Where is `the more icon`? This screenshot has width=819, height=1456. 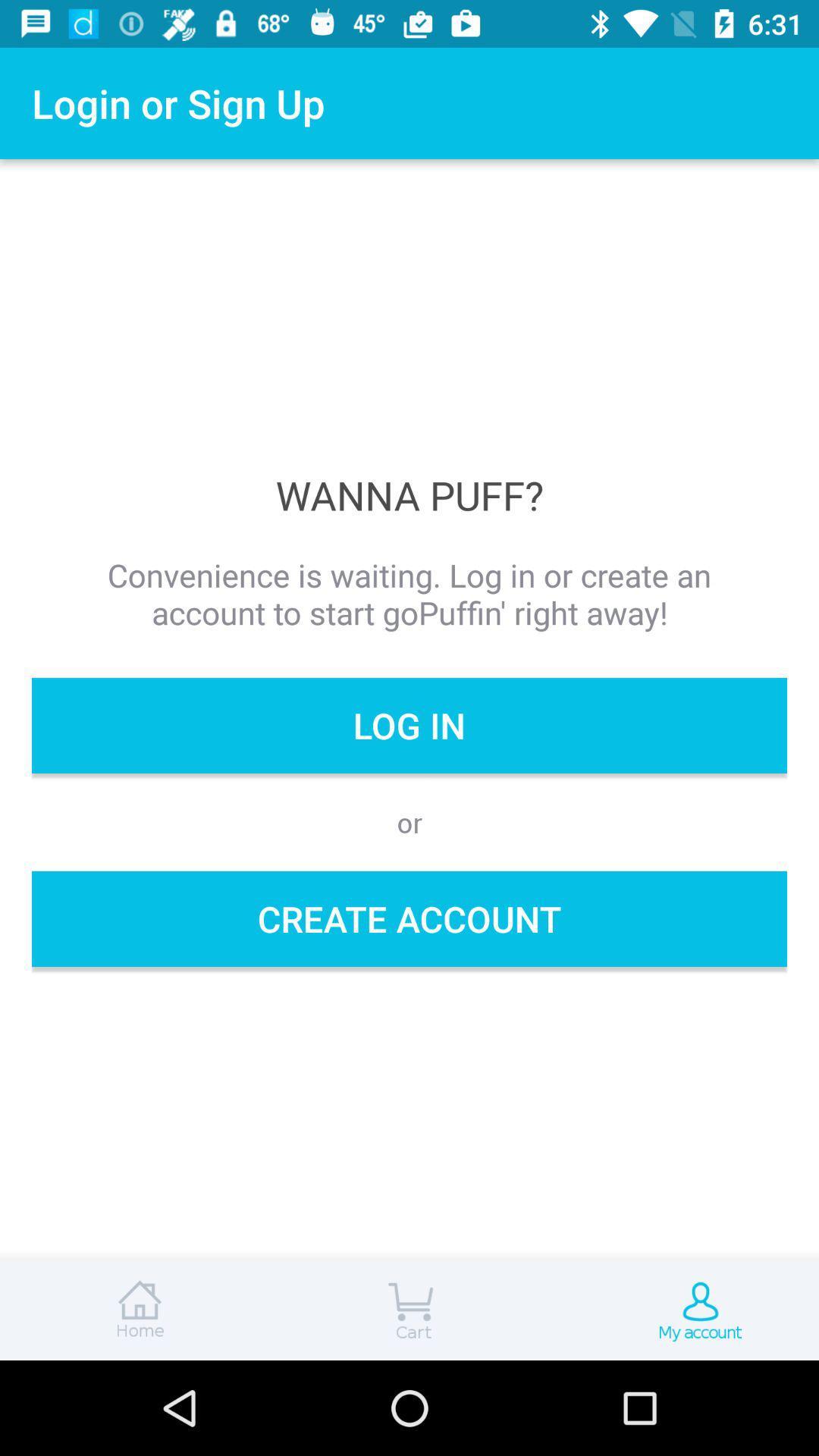 the more icon is located at coordinates (409, 1310).